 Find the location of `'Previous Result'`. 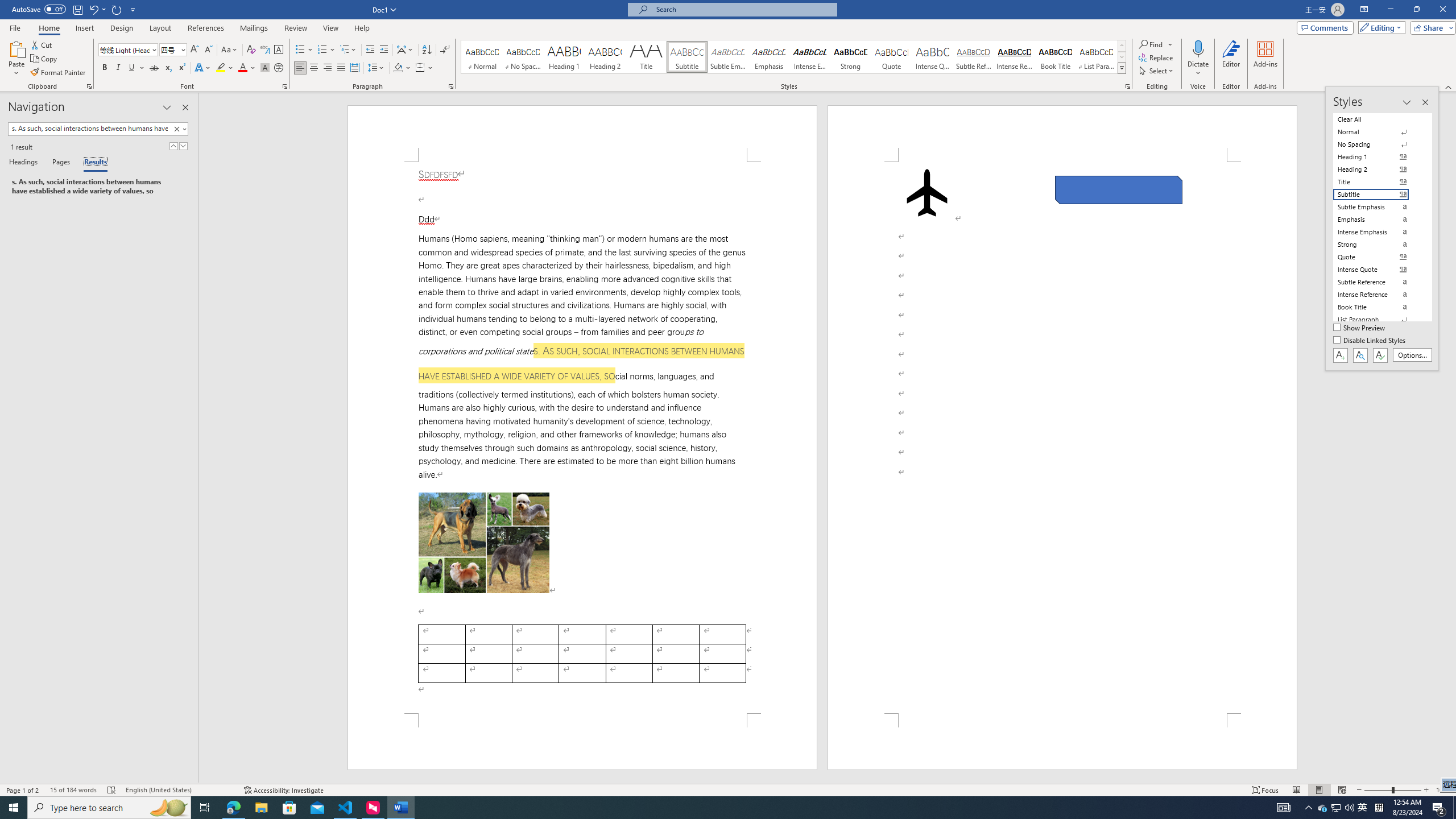

'Previous Result' is located at coordinates (173, 146).